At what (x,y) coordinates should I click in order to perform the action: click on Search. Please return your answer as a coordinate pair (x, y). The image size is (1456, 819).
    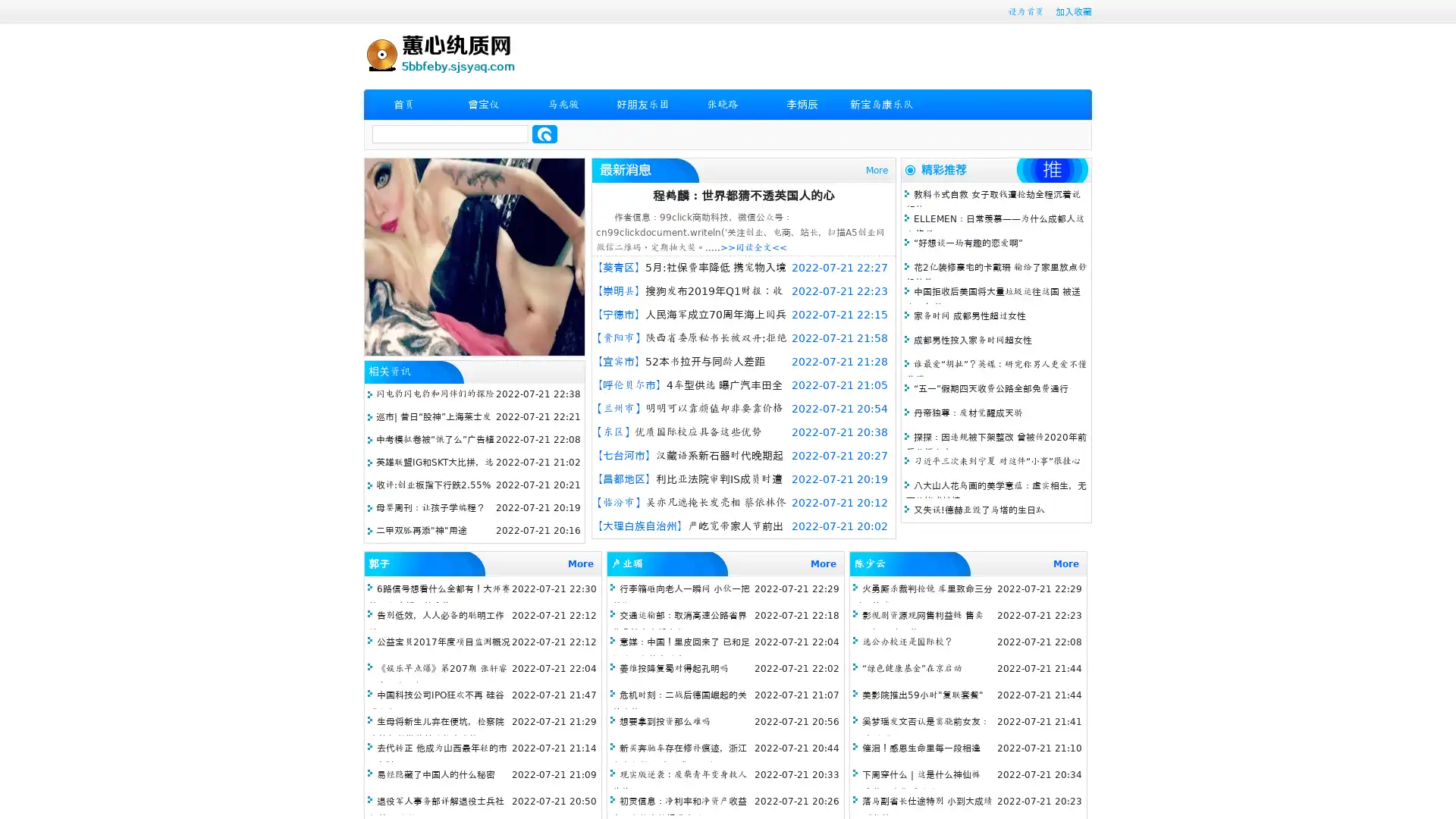
    Looking at the image, I should click on (544, 133).